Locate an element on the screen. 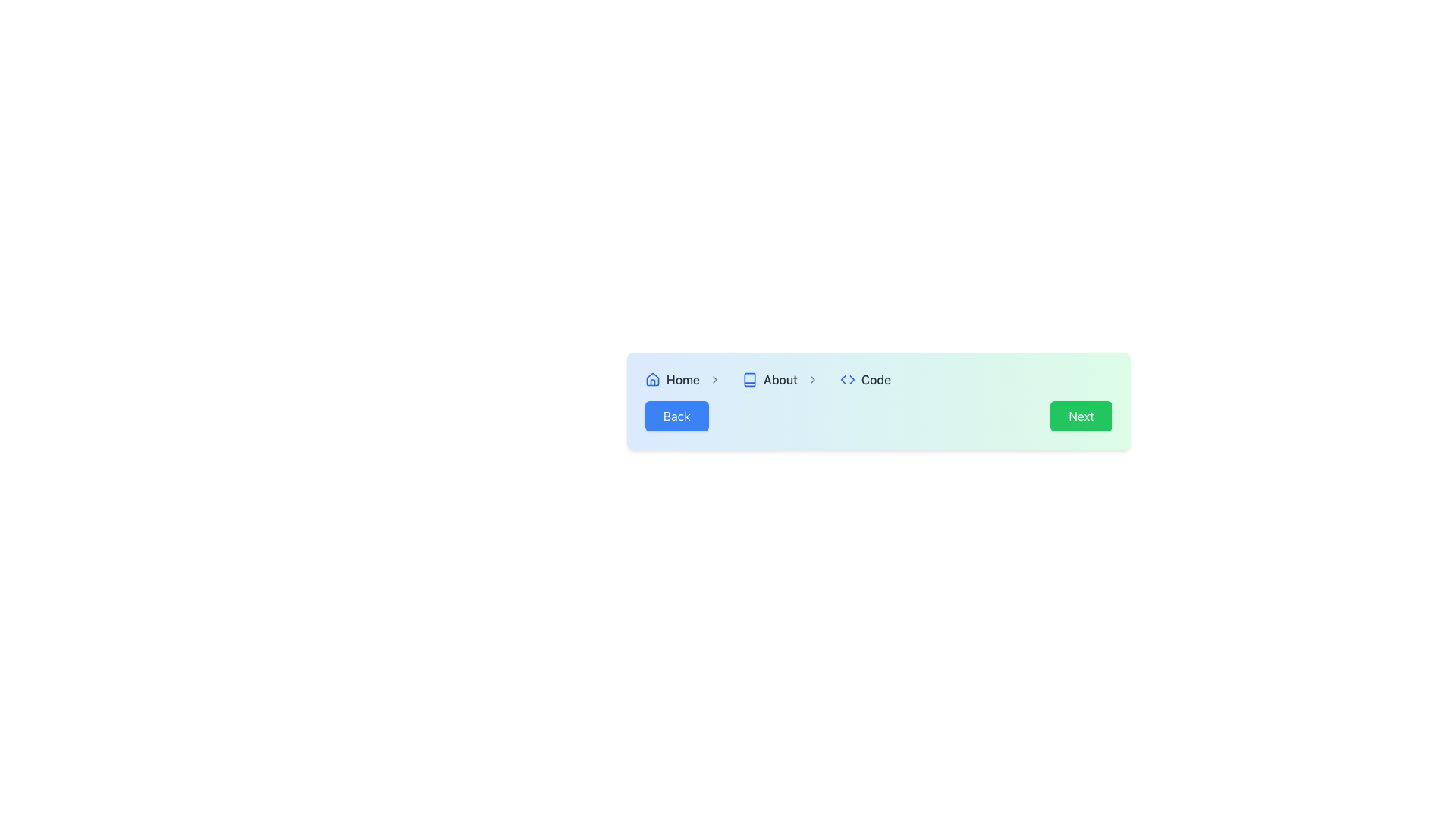  the 'Previous' button located in the bottom section of the interface, the first button from the left in a row of two buttons is located at coordinates (676, 416).